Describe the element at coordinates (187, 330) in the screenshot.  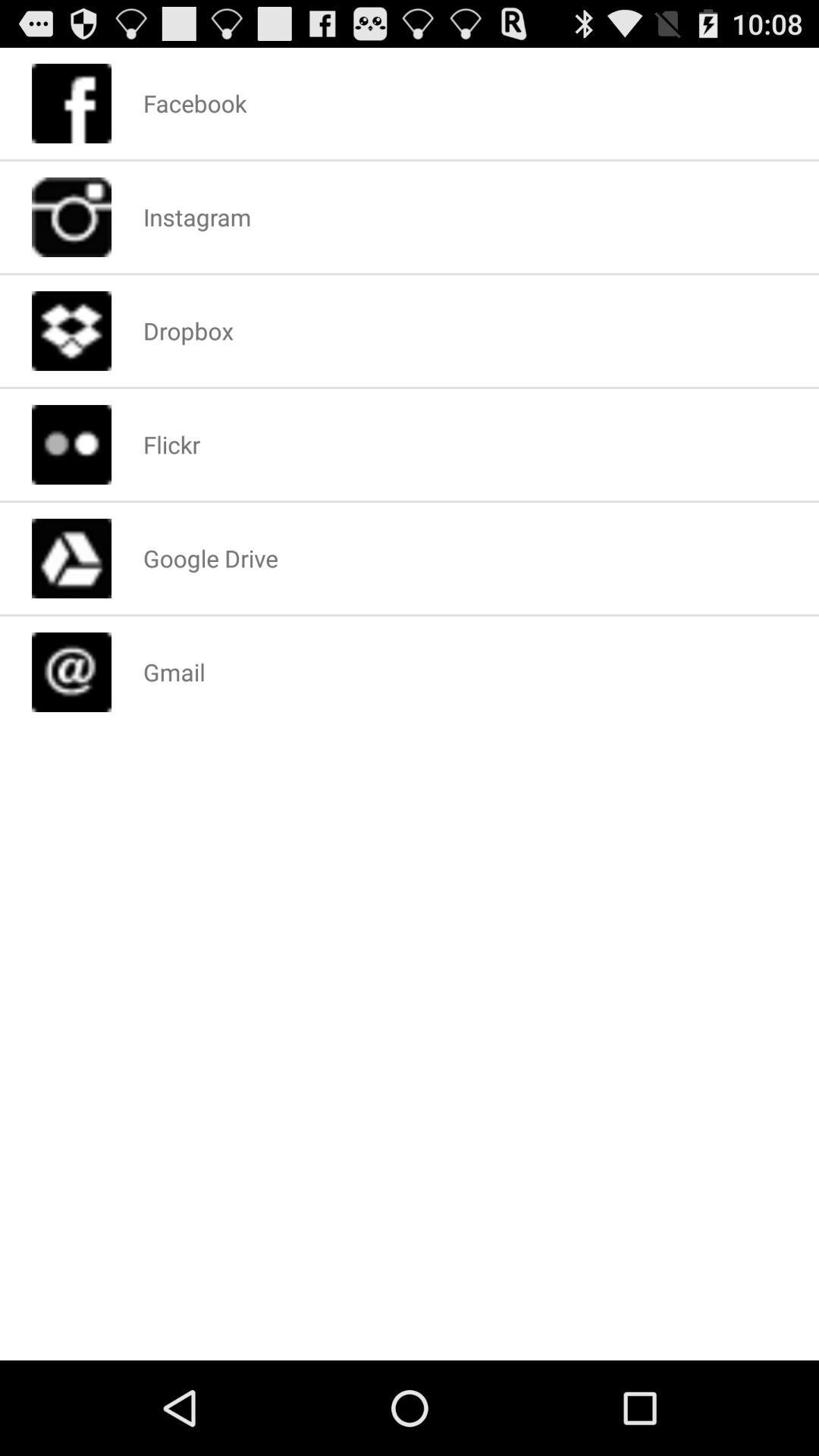
I see `the dropbox icon` at that location.